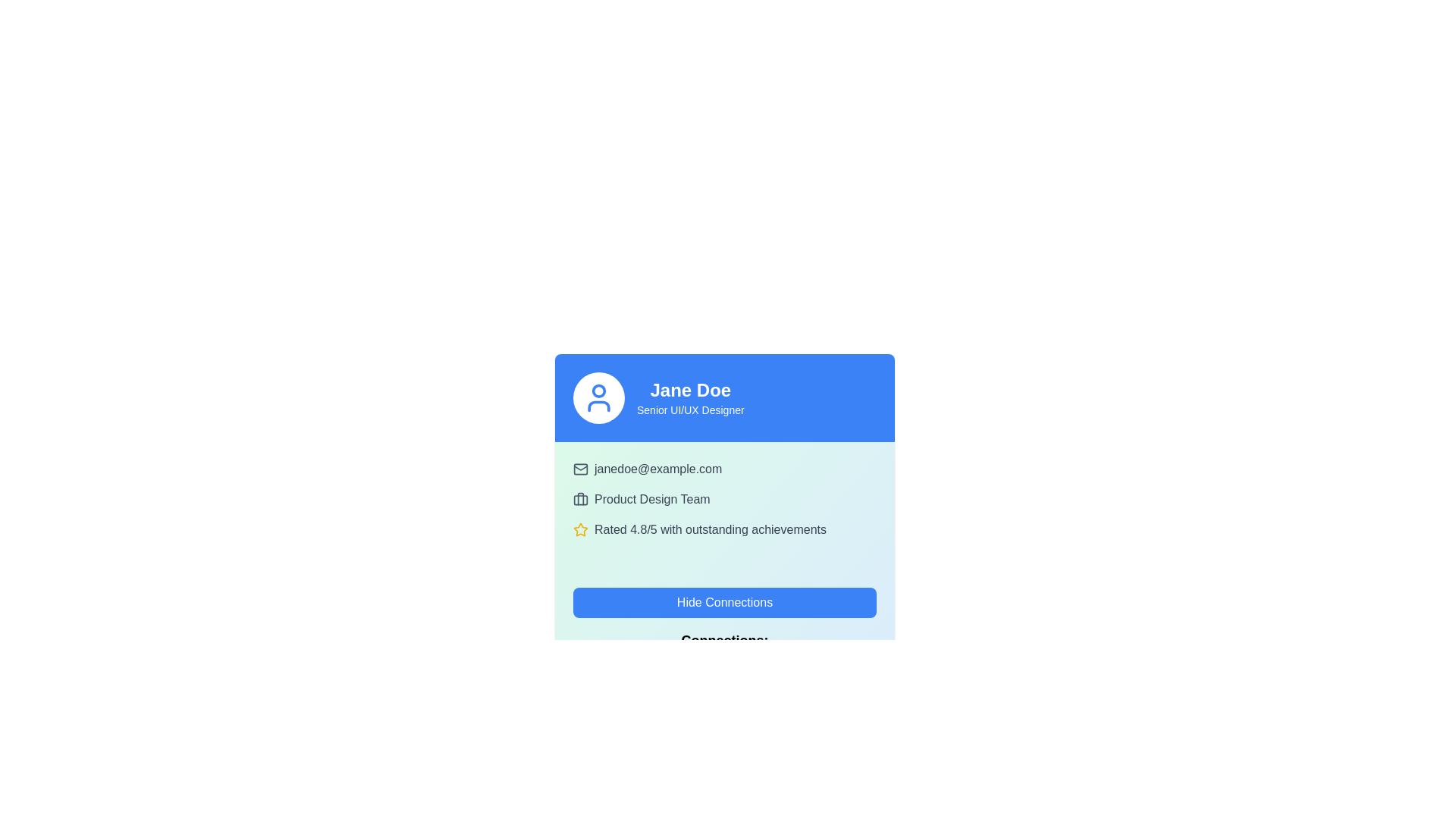 Image resolution: width=1456 pixels, height=819 pixels. I want to click on the yellow star icon that represents a rating, positioned to the left of the text 'Rated 4.8/5 with outstanding achievements', so click(580, 529).